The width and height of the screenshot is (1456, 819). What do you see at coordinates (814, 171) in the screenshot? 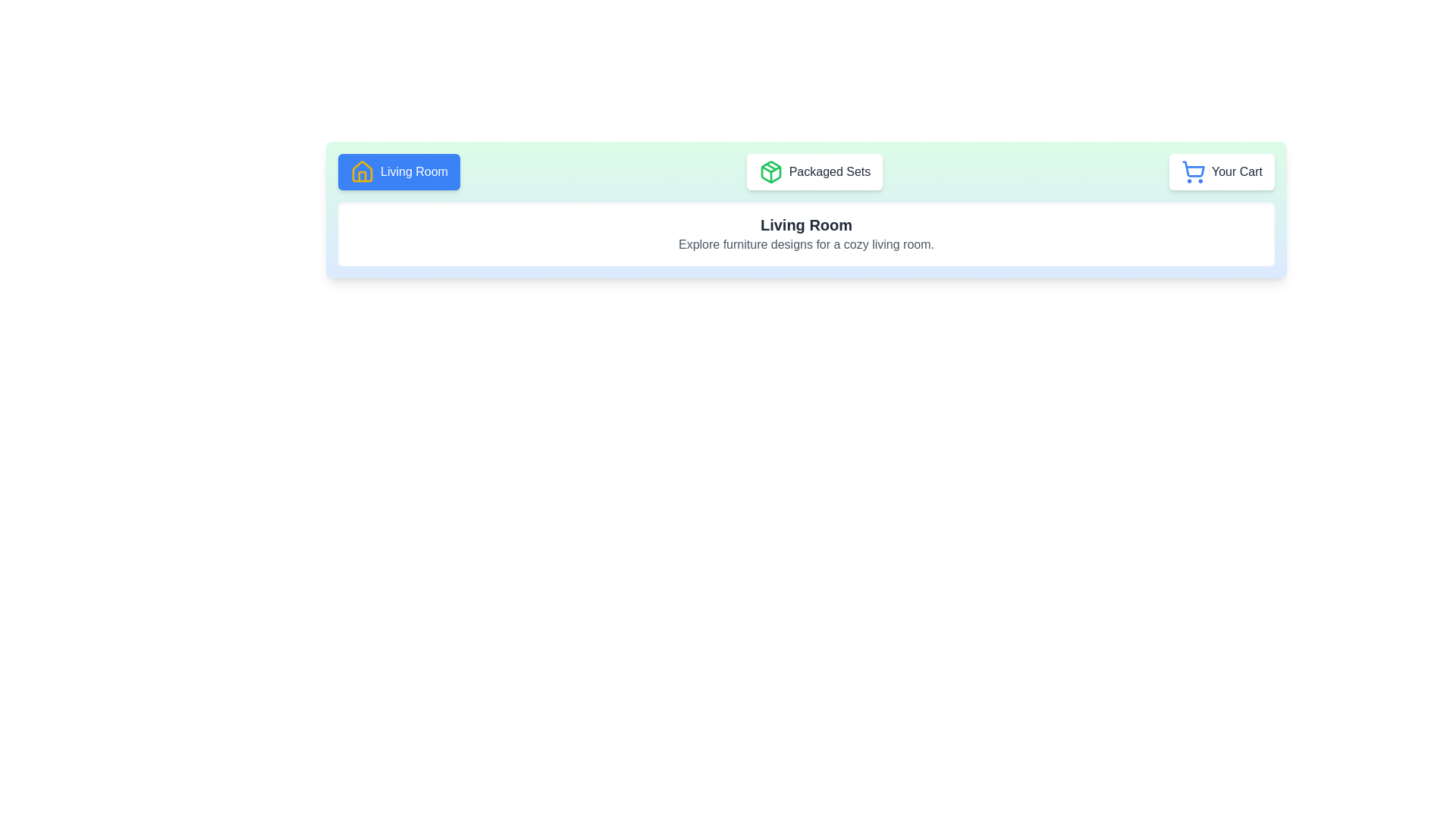
I see `the feature Packaged Sets by clicking the corresponding button` at bounding box center [814, 171].